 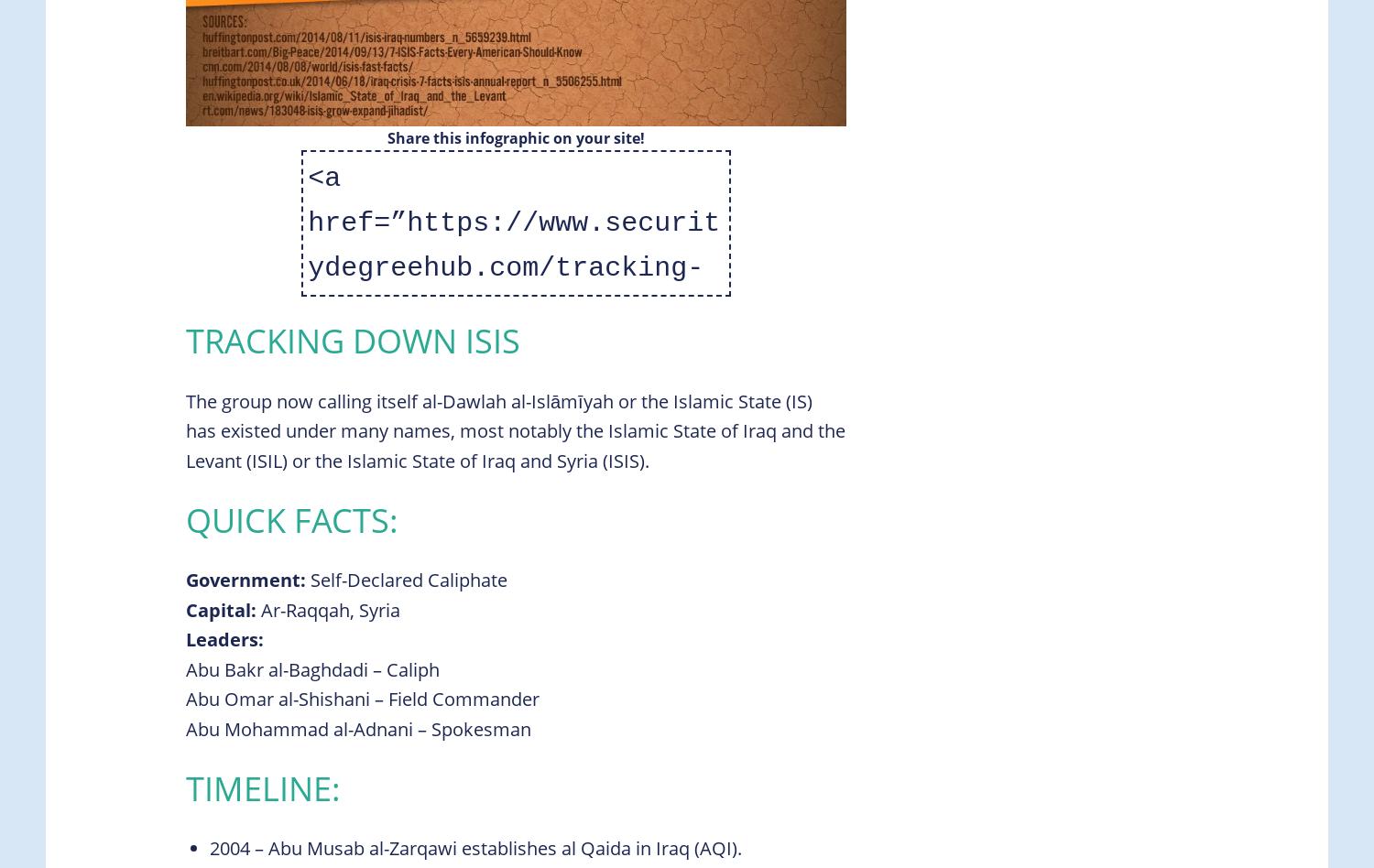 What do you see at coordinates (291, 520) in the screenshot?
I see `'Quick Facts:'` at bounding box center [291, 520].